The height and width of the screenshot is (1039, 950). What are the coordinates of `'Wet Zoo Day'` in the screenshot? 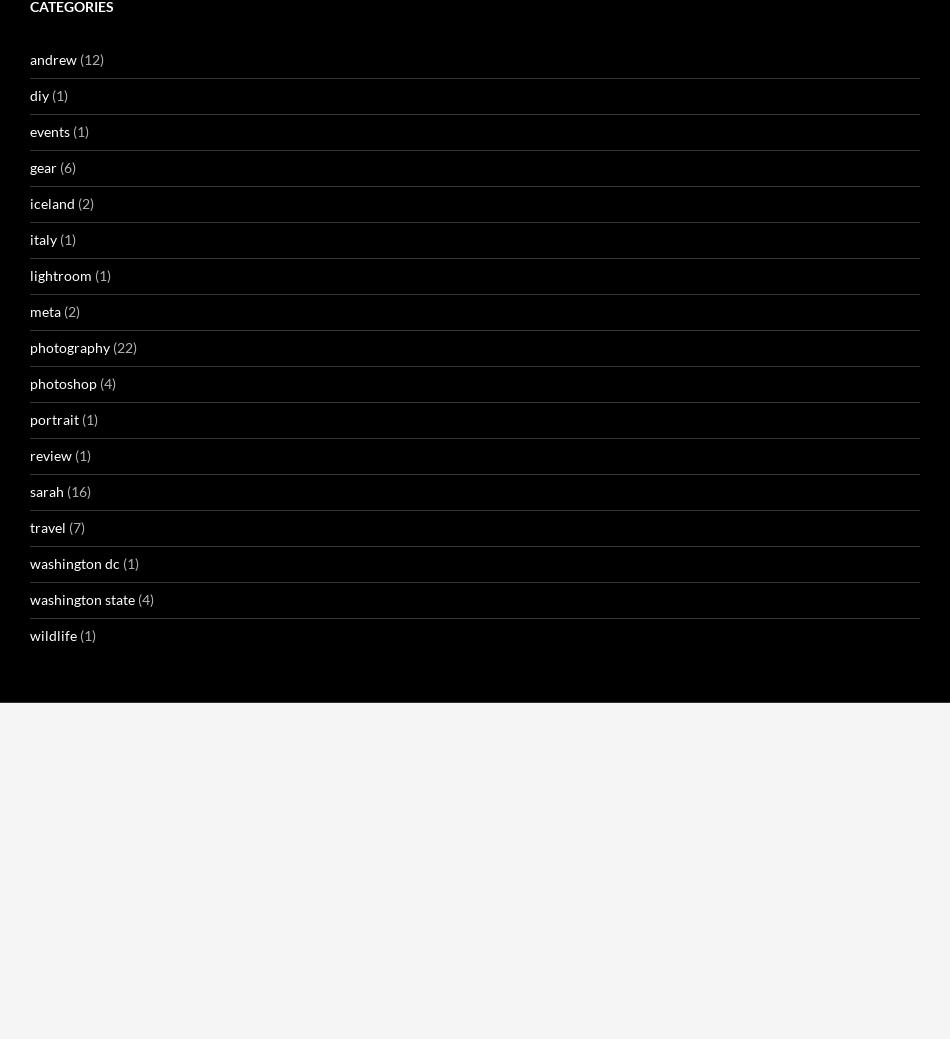 It's located at (346, 961).